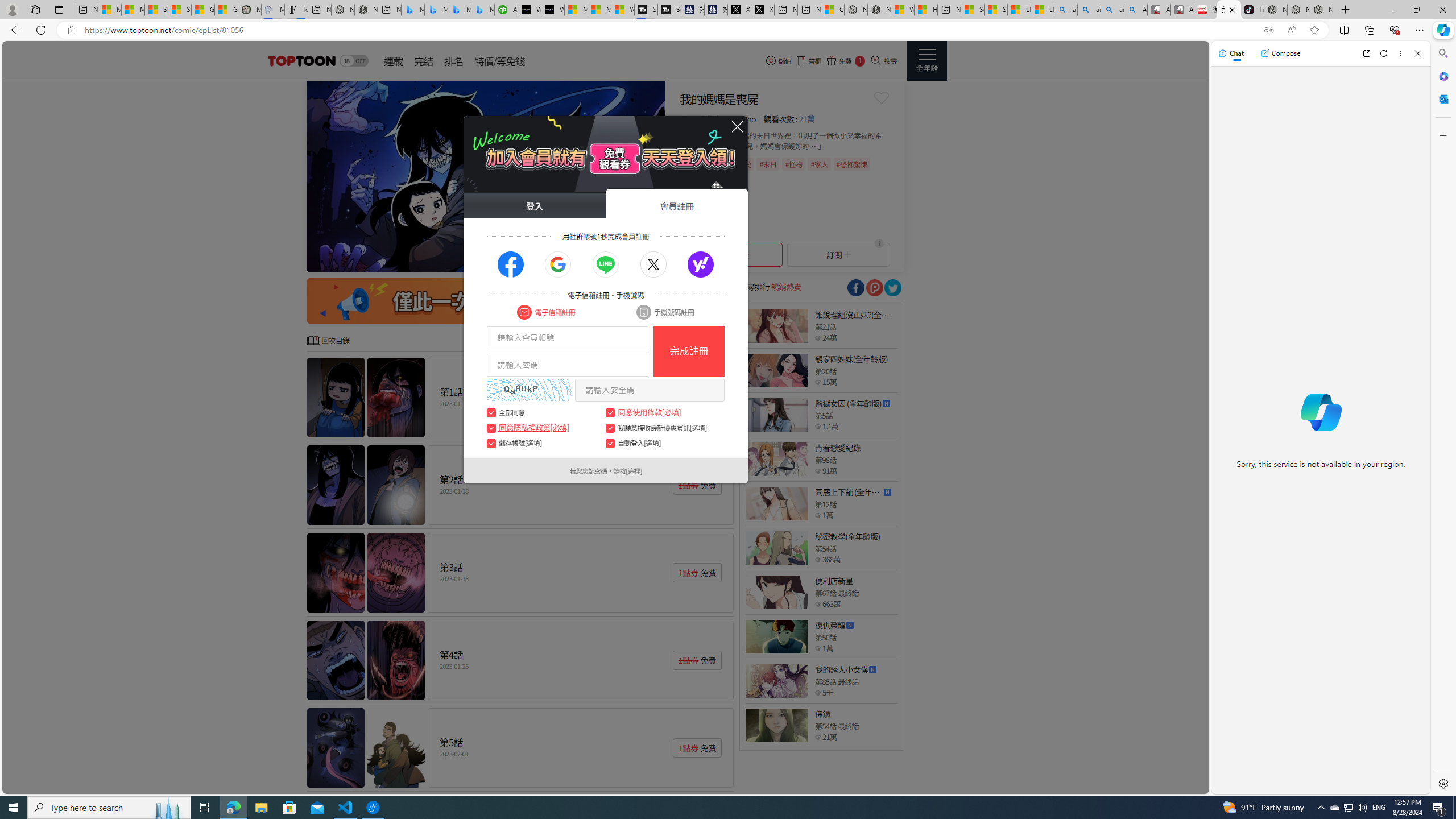  What do you see at coordinates (1268, 30) in the screenshot?
I see `'Show translate options'` at bounding box center [1268, 30].